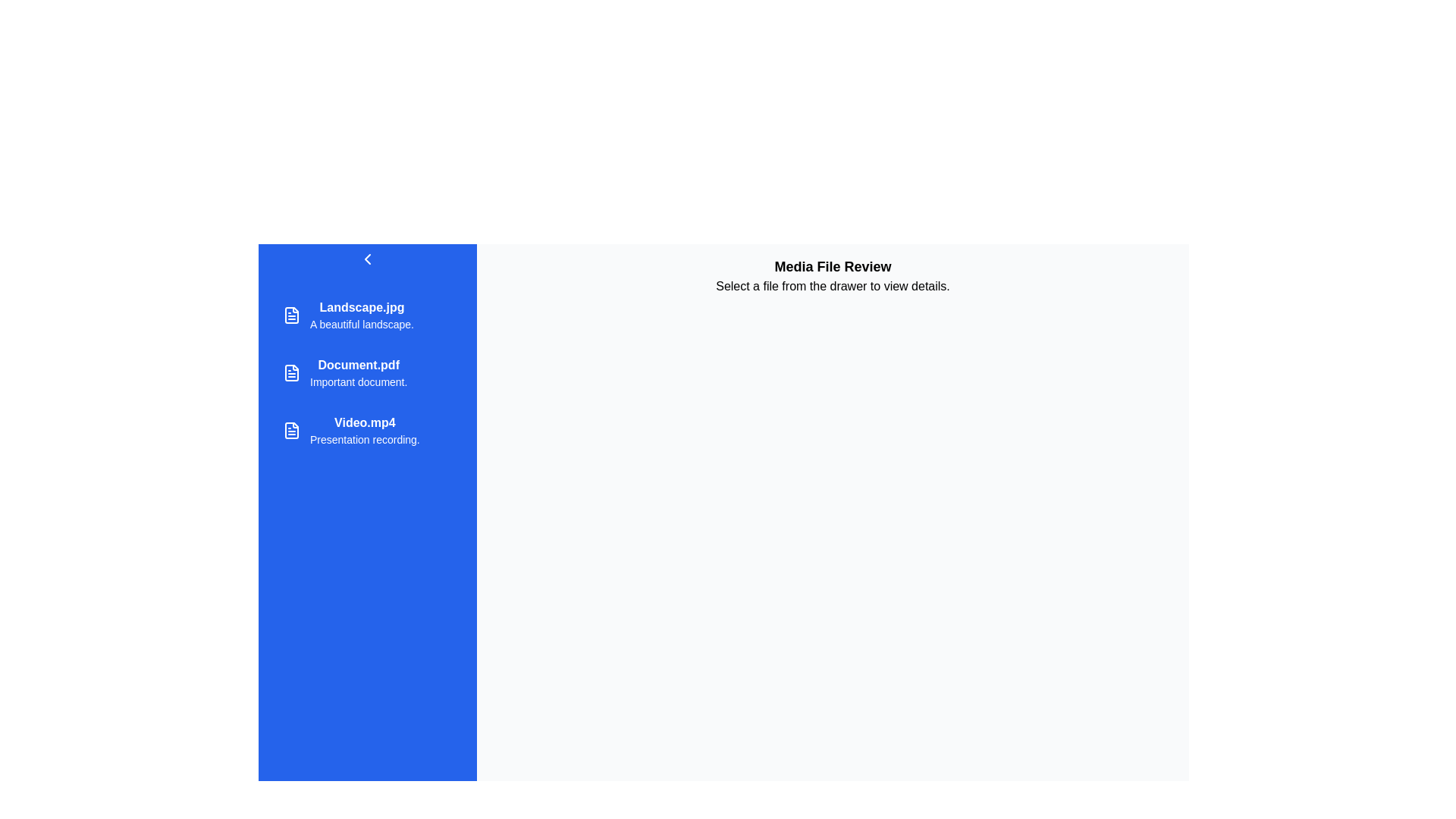  Describe the element at coordinates (367, 373) in the screenshot. I see `the second item in the vertical list of file entries labeled 'Document.pdf' in the blue sidebar` at that location.